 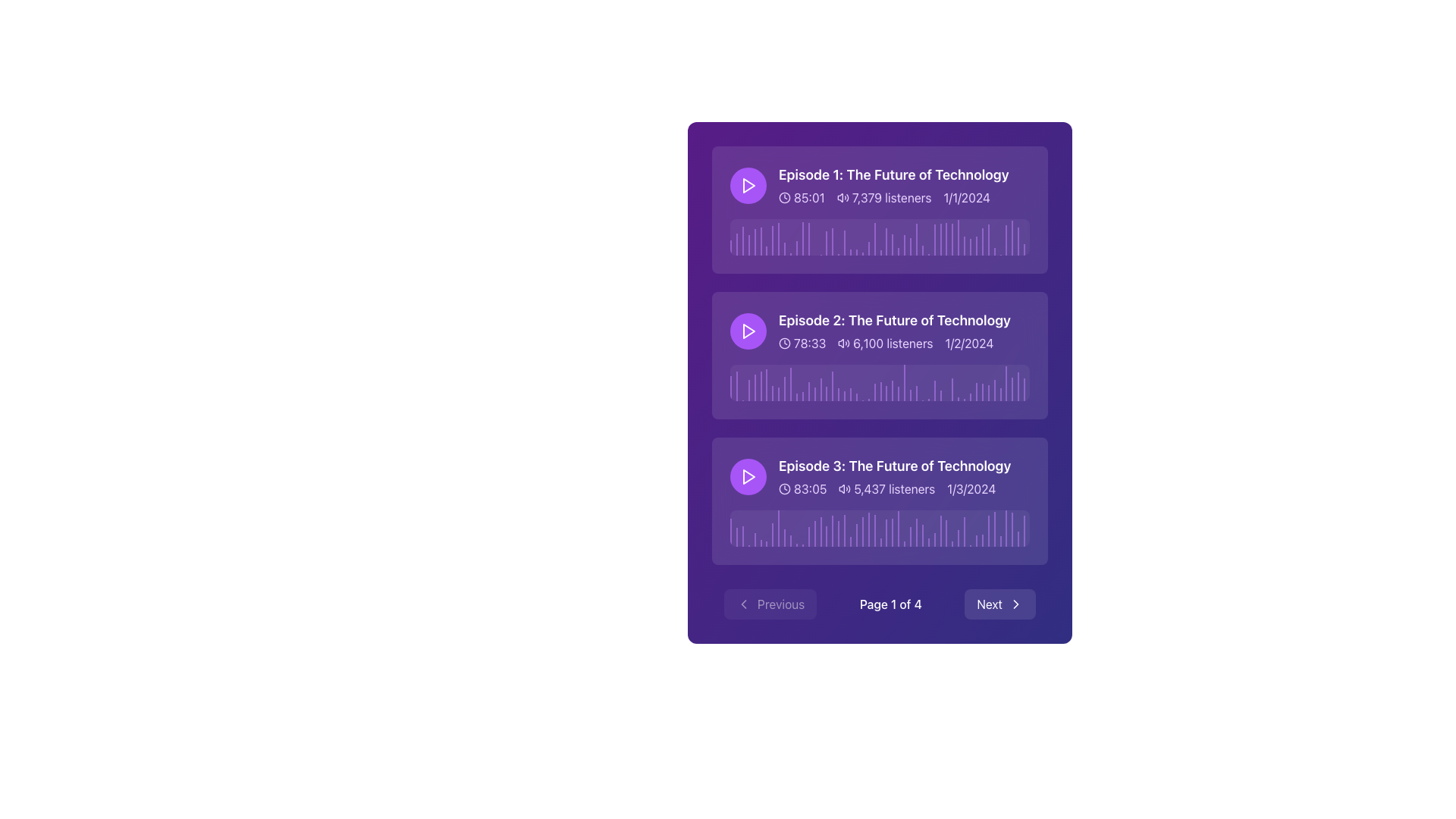 I want to click on the Progress marker or waveform bar representing a specific point in the audio waveform visualization, which is positioned under 'Episode 1: The Future of Technology', so click(x=773, y=240).